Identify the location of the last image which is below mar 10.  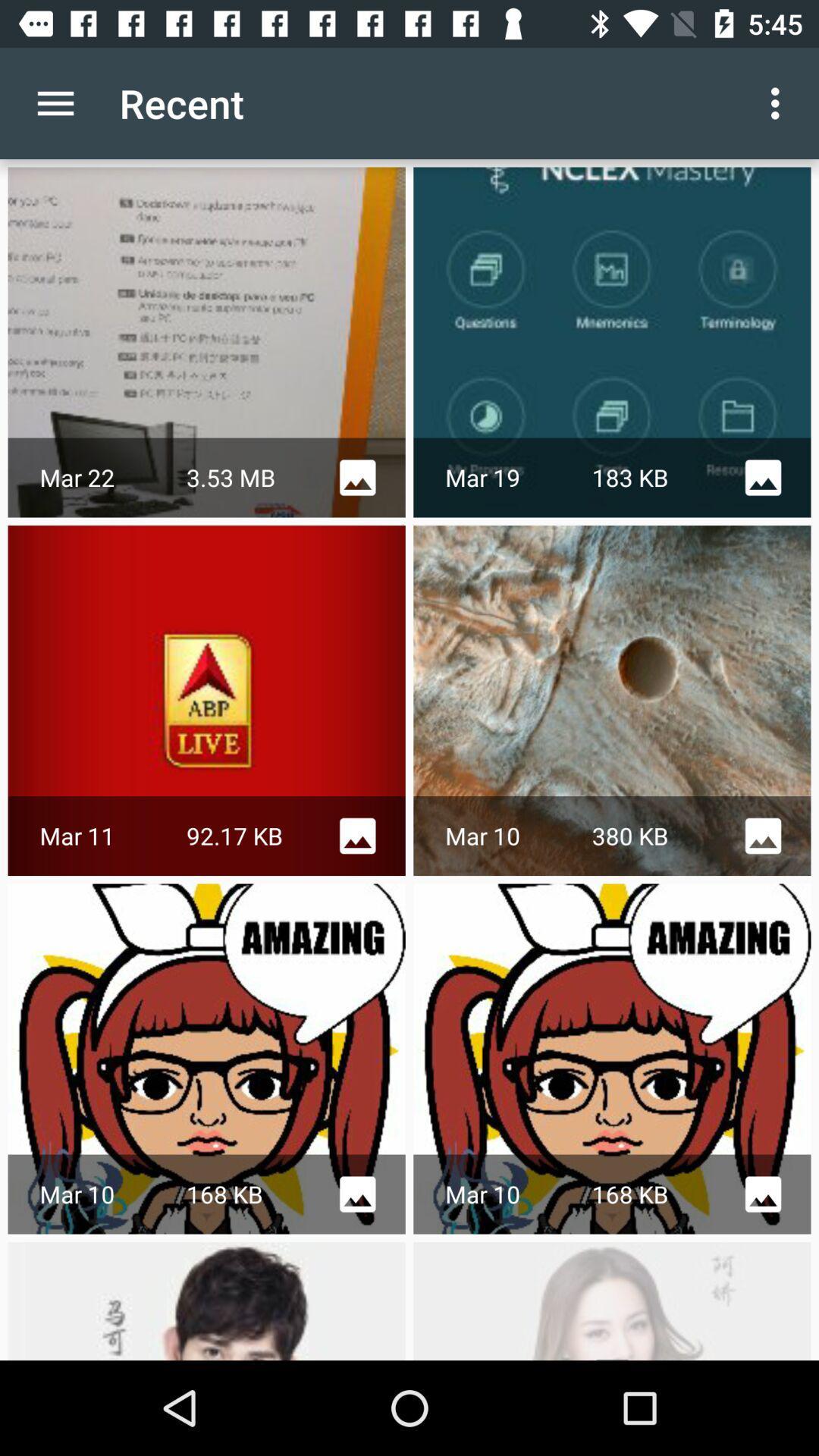
(207, 1300).